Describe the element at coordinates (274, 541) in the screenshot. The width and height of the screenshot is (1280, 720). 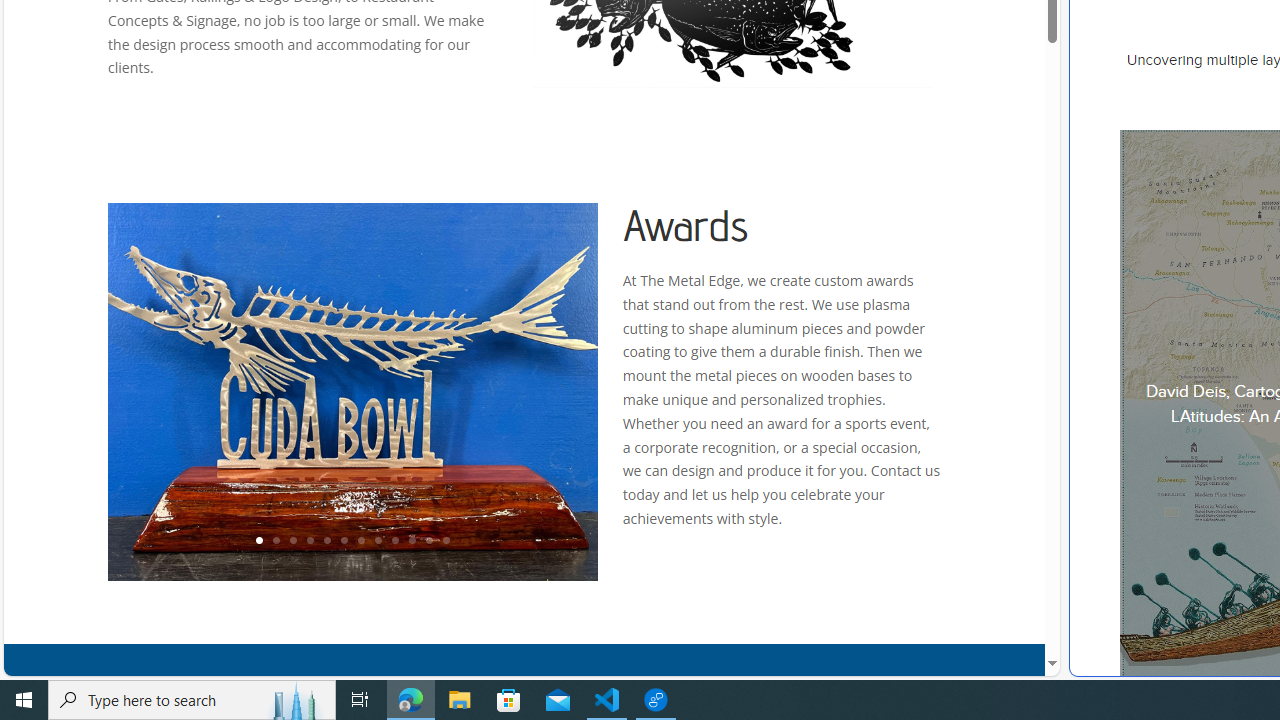
I see `'2'` at that location.